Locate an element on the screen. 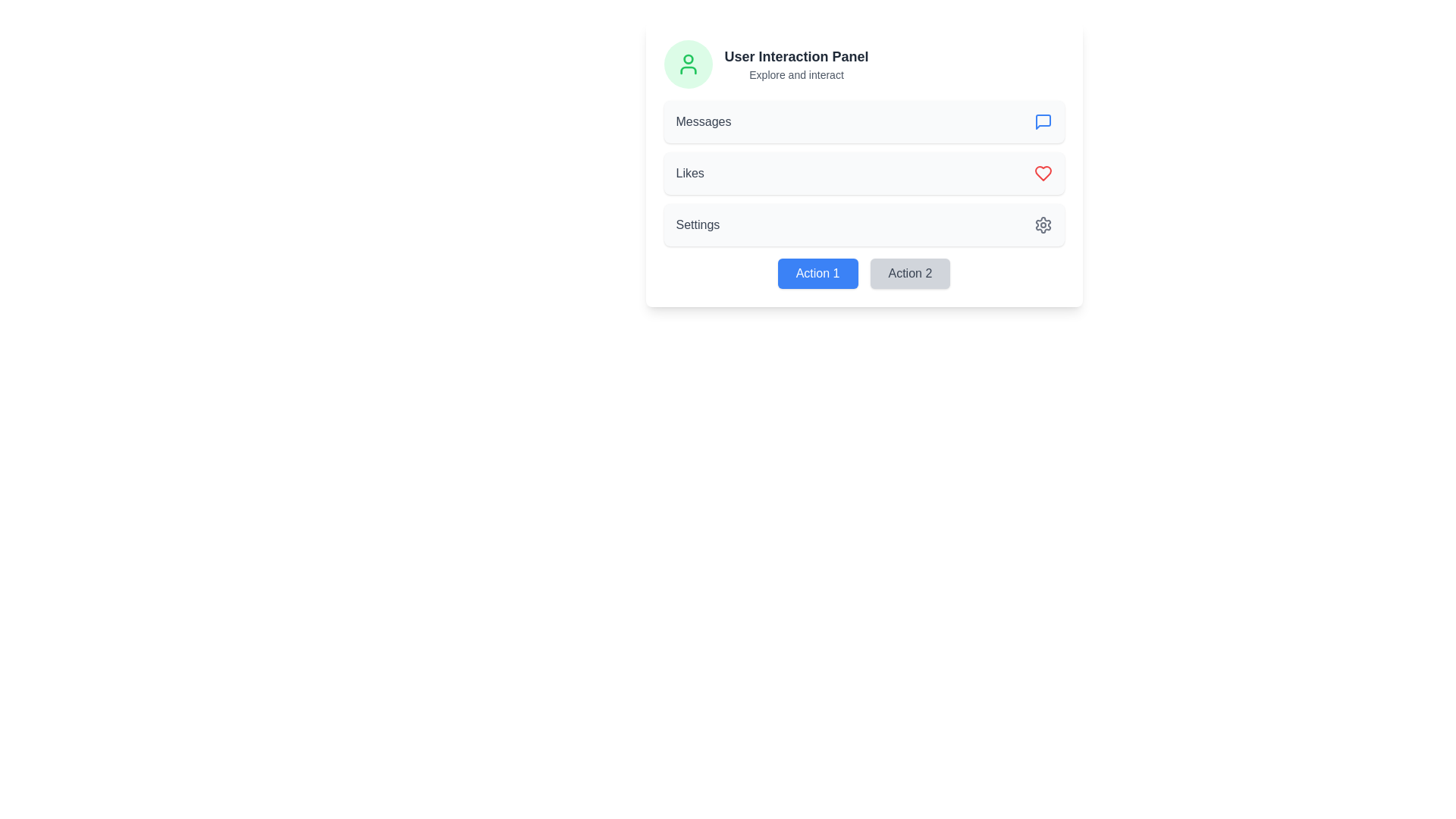  text from the Header containing a green circular icon and the bold text 'User Interaction Panel' followed by 'Explore and interact' is located at coordinates (864, 63).